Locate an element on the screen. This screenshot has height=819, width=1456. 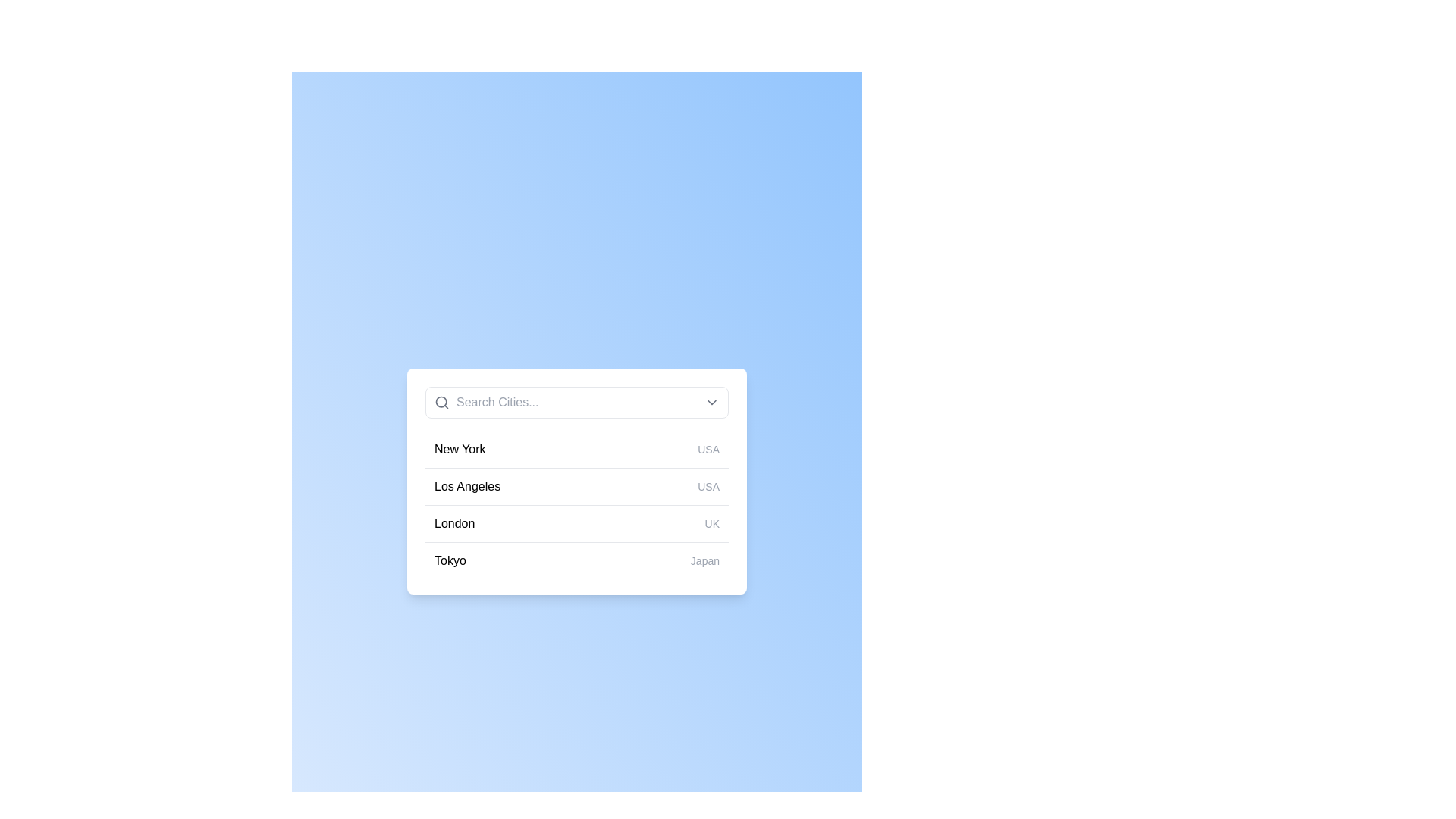
the list item displaying 'Los Angeles' is located at coordinates (576, 482).